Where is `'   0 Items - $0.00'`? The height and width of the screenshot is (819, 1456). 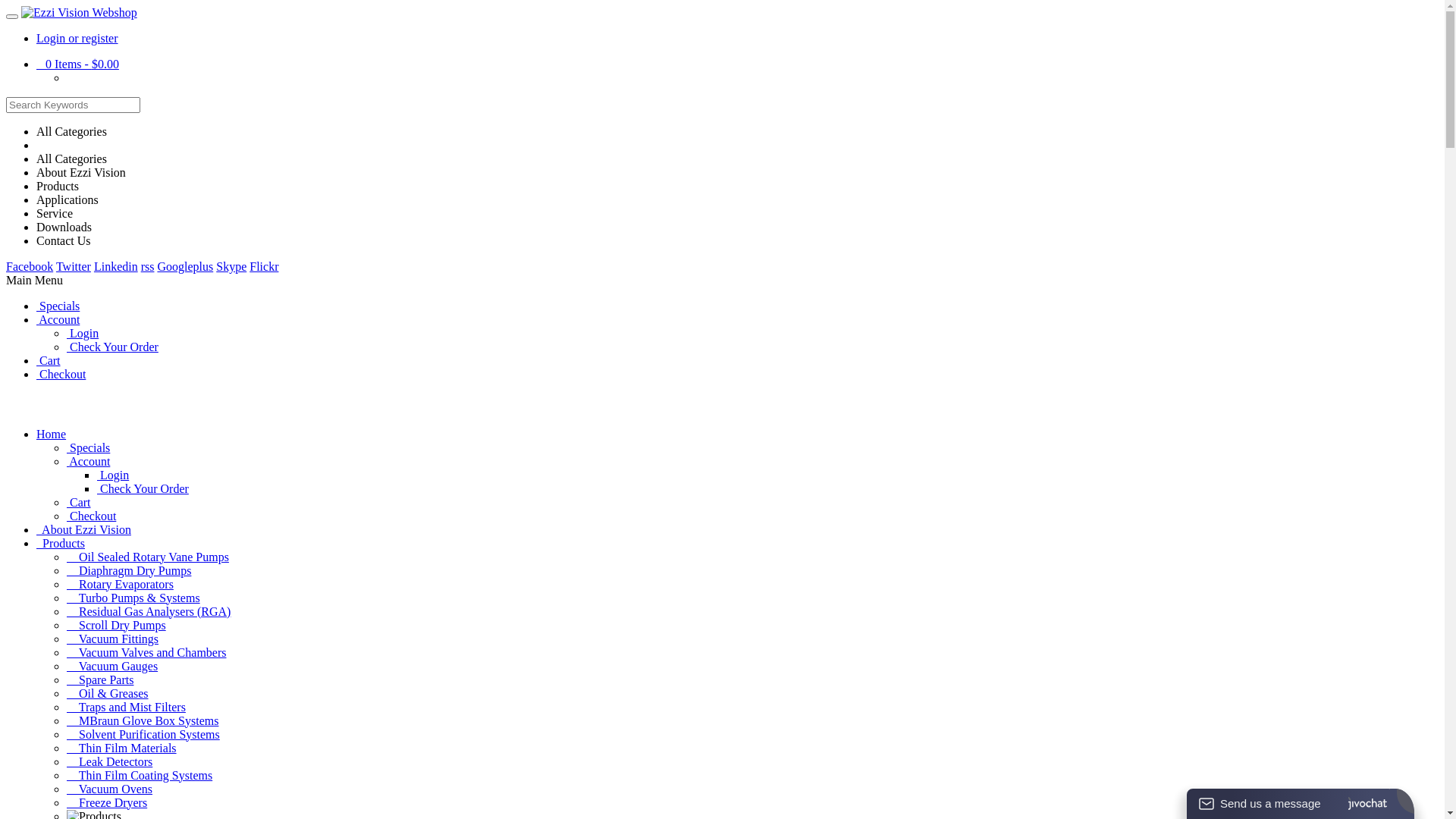
'   0 Items - $0.00' is located at coordinates (77, 63).